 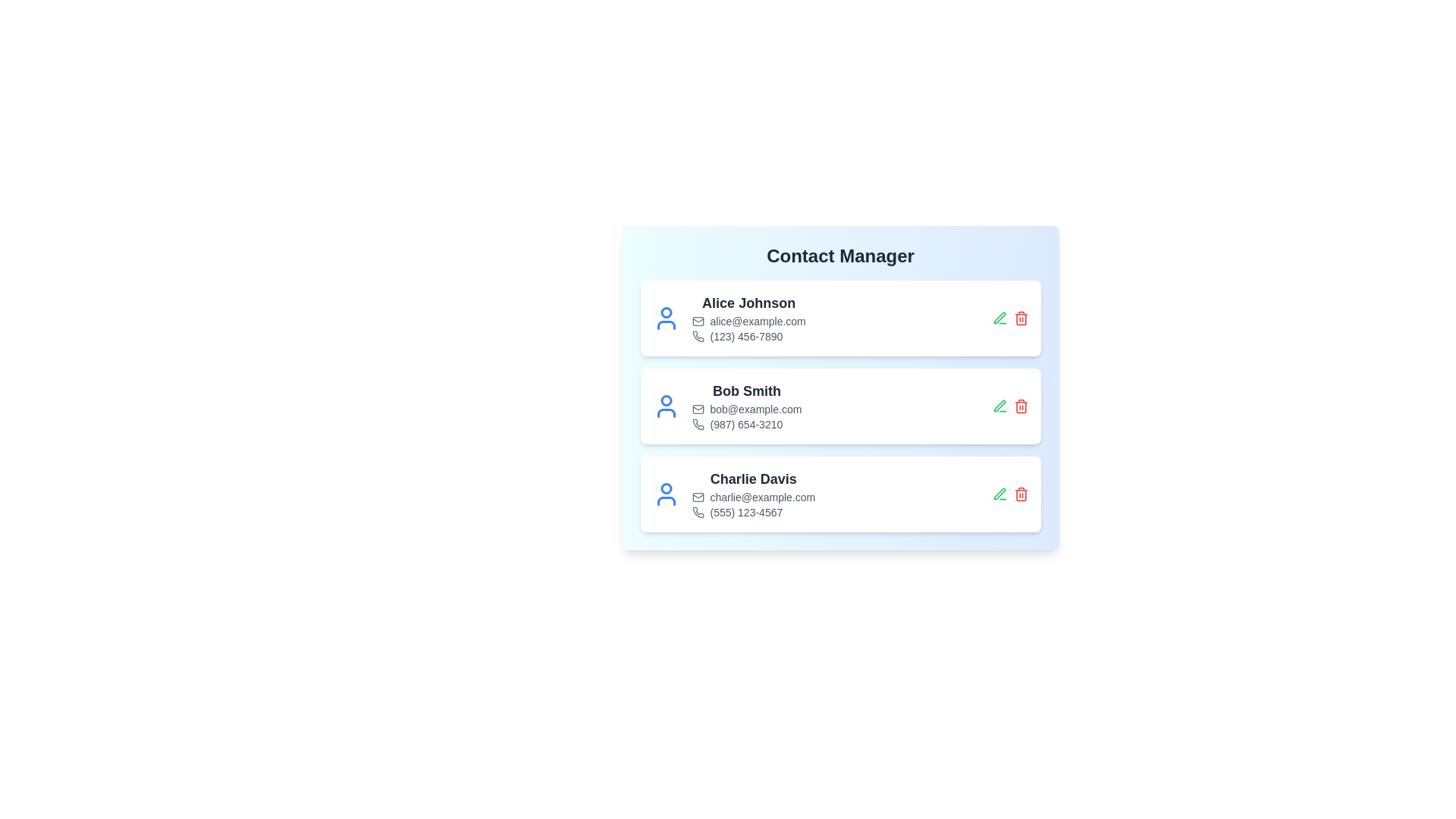 I want to click on the delete button for the contact identified by Charlie Davis, so click(x=1021, y=494).